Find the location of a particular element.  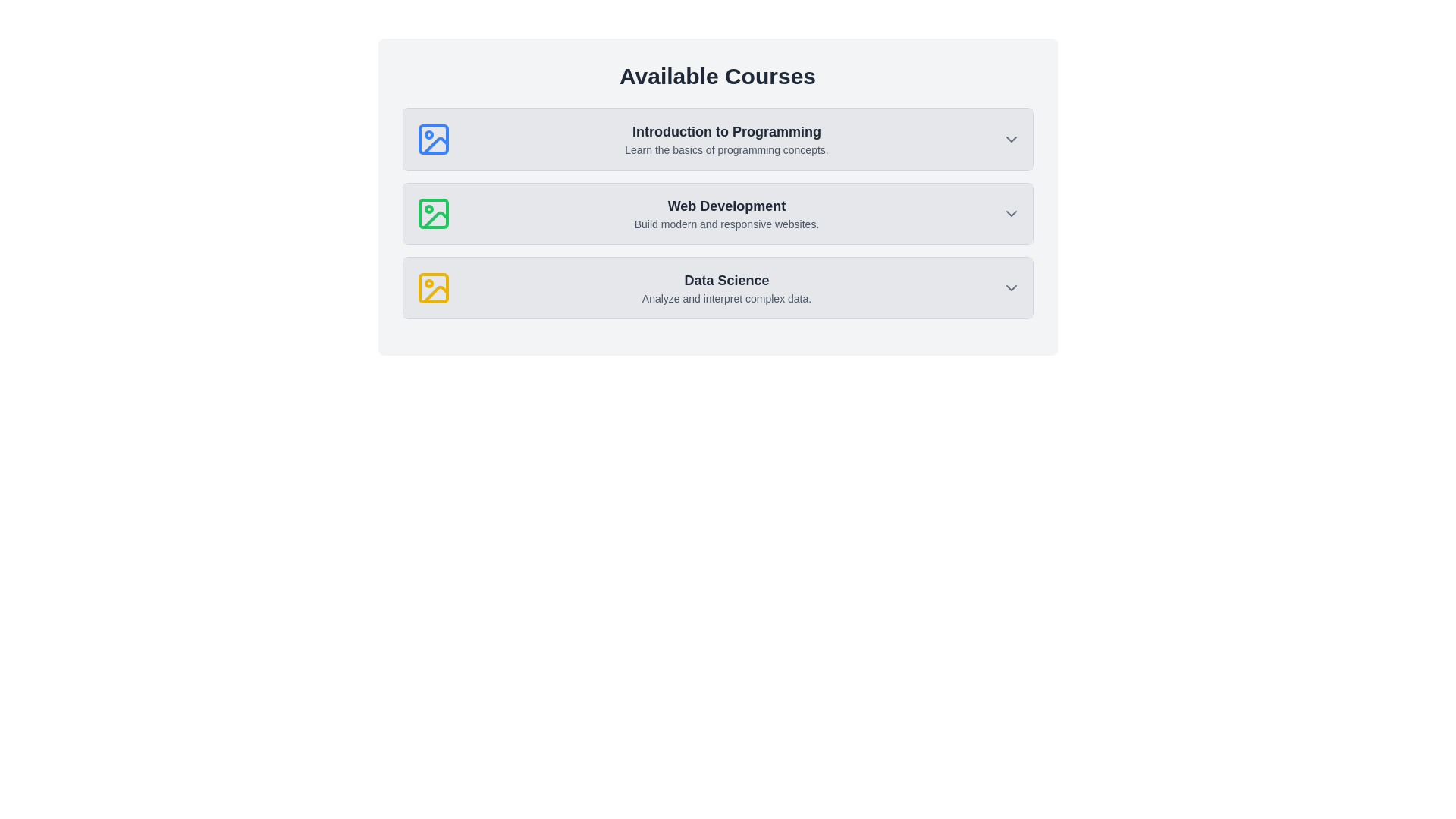

the second item is located at coordinates (717, 213).